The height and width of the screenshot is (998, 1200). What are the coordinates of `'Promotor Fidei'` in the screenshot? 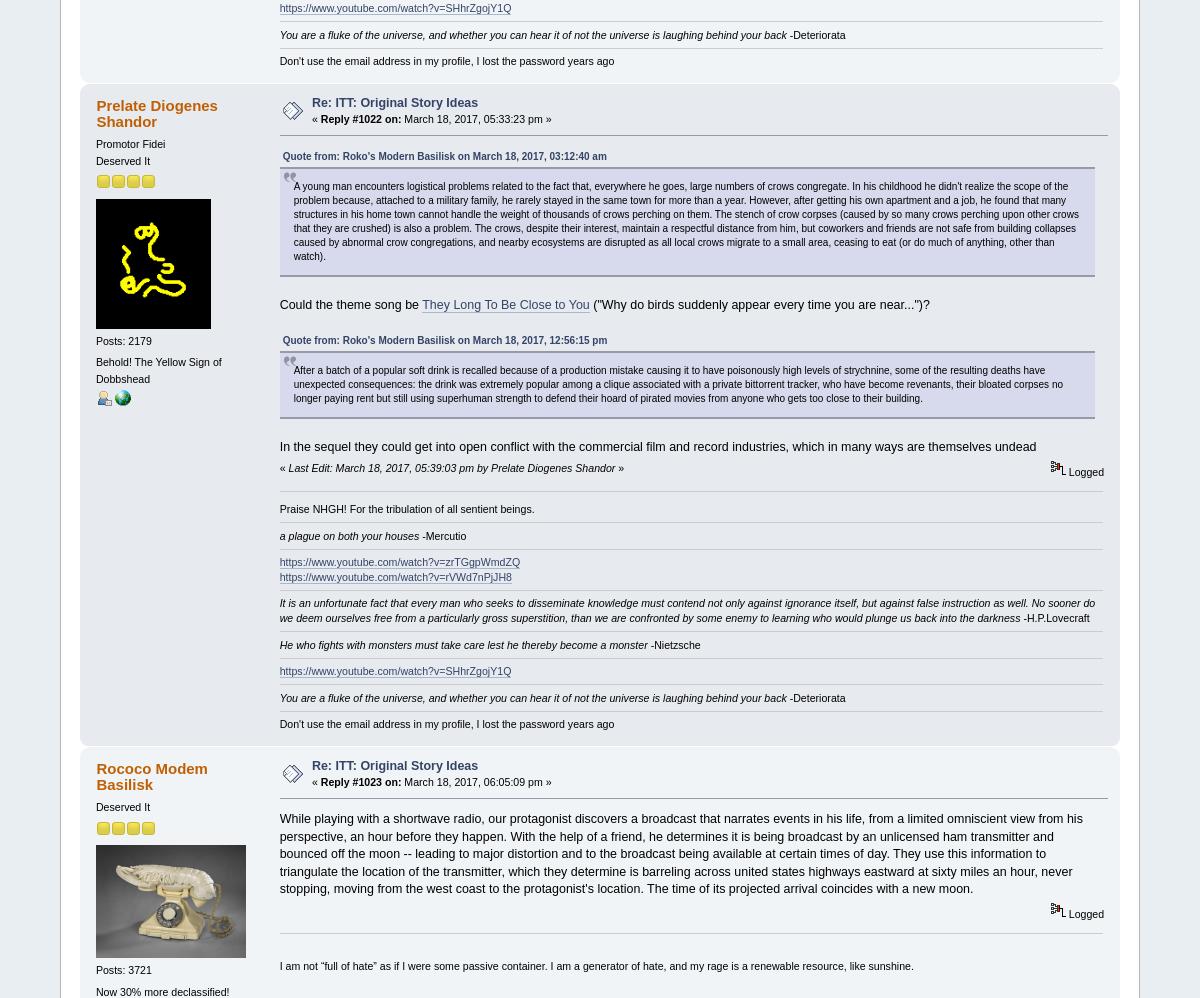 It's located at (95, 144).